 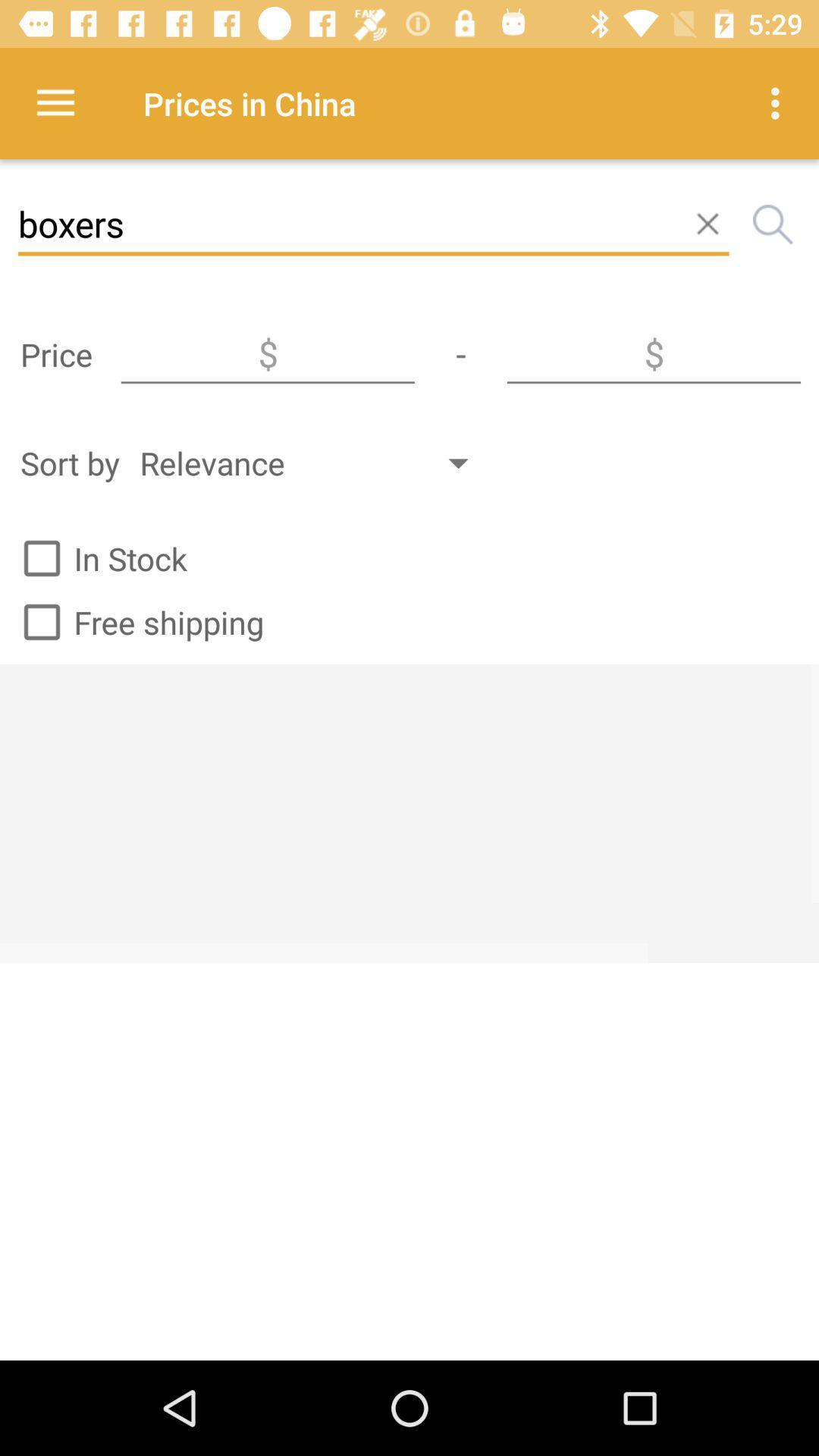 What do you see at coordinates (267, 353) in the screenshot?
I see `the icon to the right of price` at bounding box center [267, 353].